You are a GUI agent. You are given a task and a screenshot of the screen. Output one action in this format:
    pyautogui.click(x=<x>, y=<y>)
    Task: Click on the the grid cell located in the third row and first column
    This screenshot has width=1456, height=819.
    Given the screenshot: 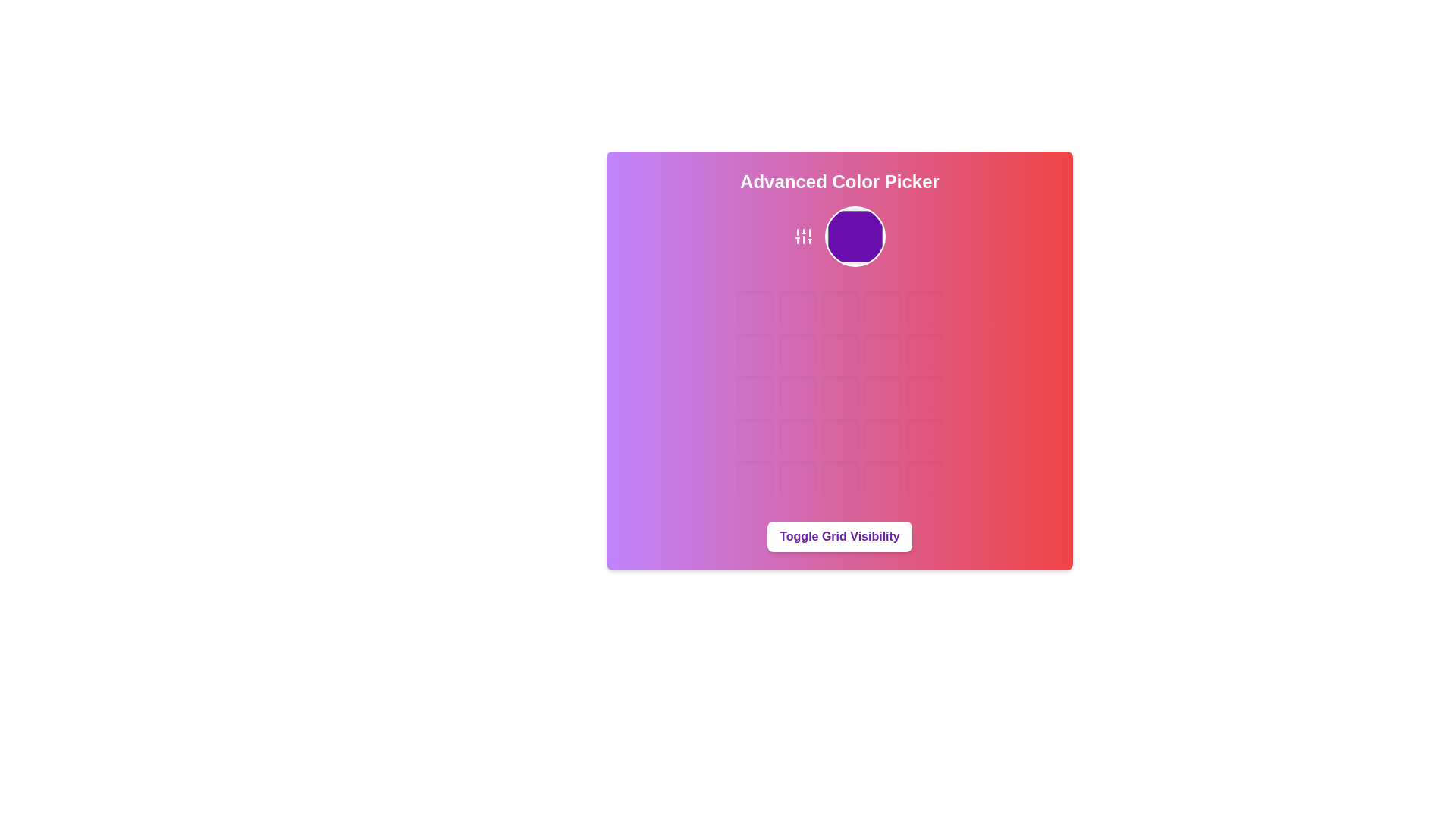 What is the action you would take?
    pyautogui.click(x=755, y=394)
    